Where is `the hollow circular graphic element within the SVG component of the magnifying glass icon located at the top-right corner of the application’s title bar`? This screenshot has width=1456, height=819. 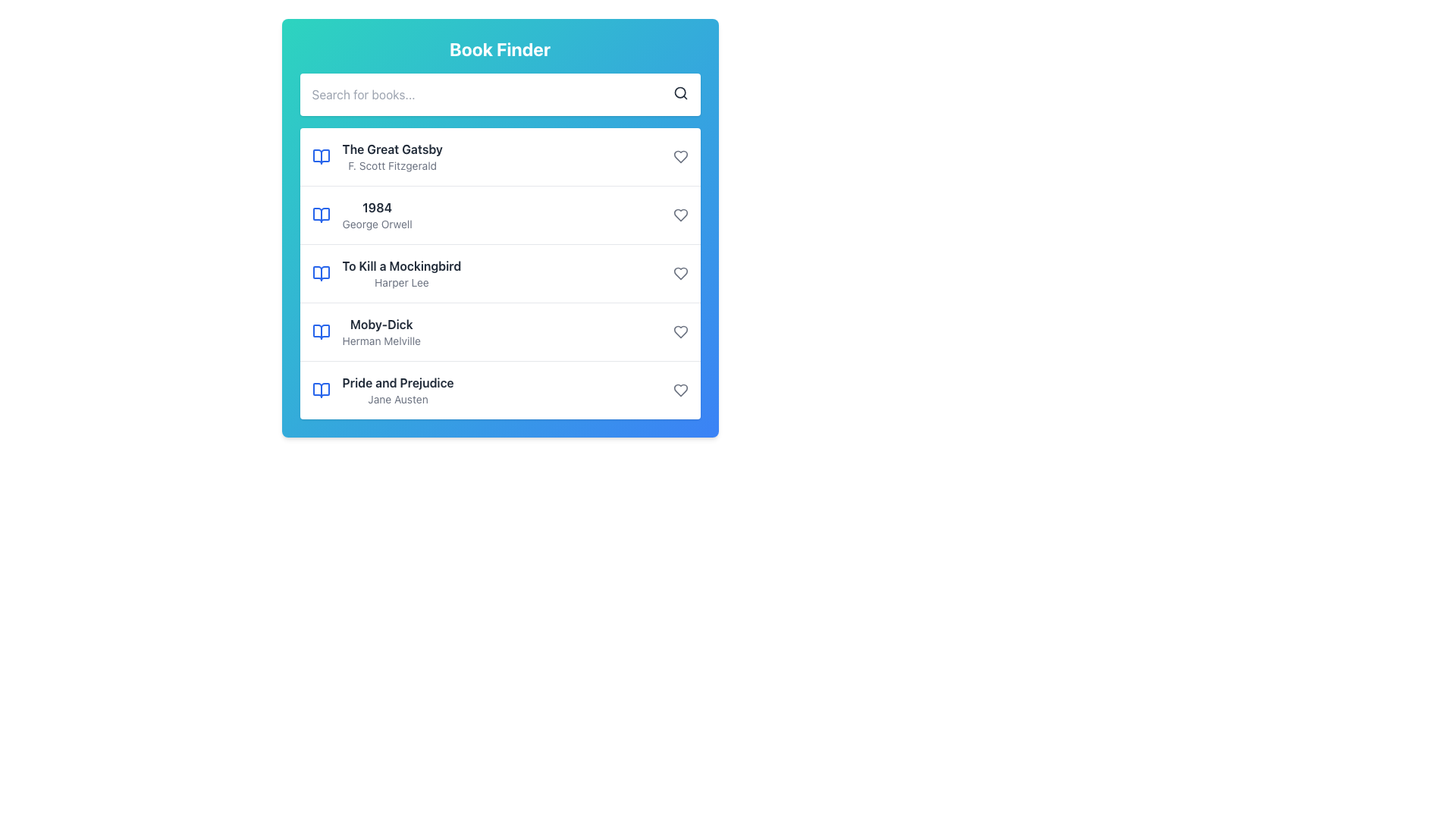 the hollow circular graphic element within the SVG component of the magnifying glass icon located at the top-right corner of the application’s title bar is located at coordinates (679, 93).